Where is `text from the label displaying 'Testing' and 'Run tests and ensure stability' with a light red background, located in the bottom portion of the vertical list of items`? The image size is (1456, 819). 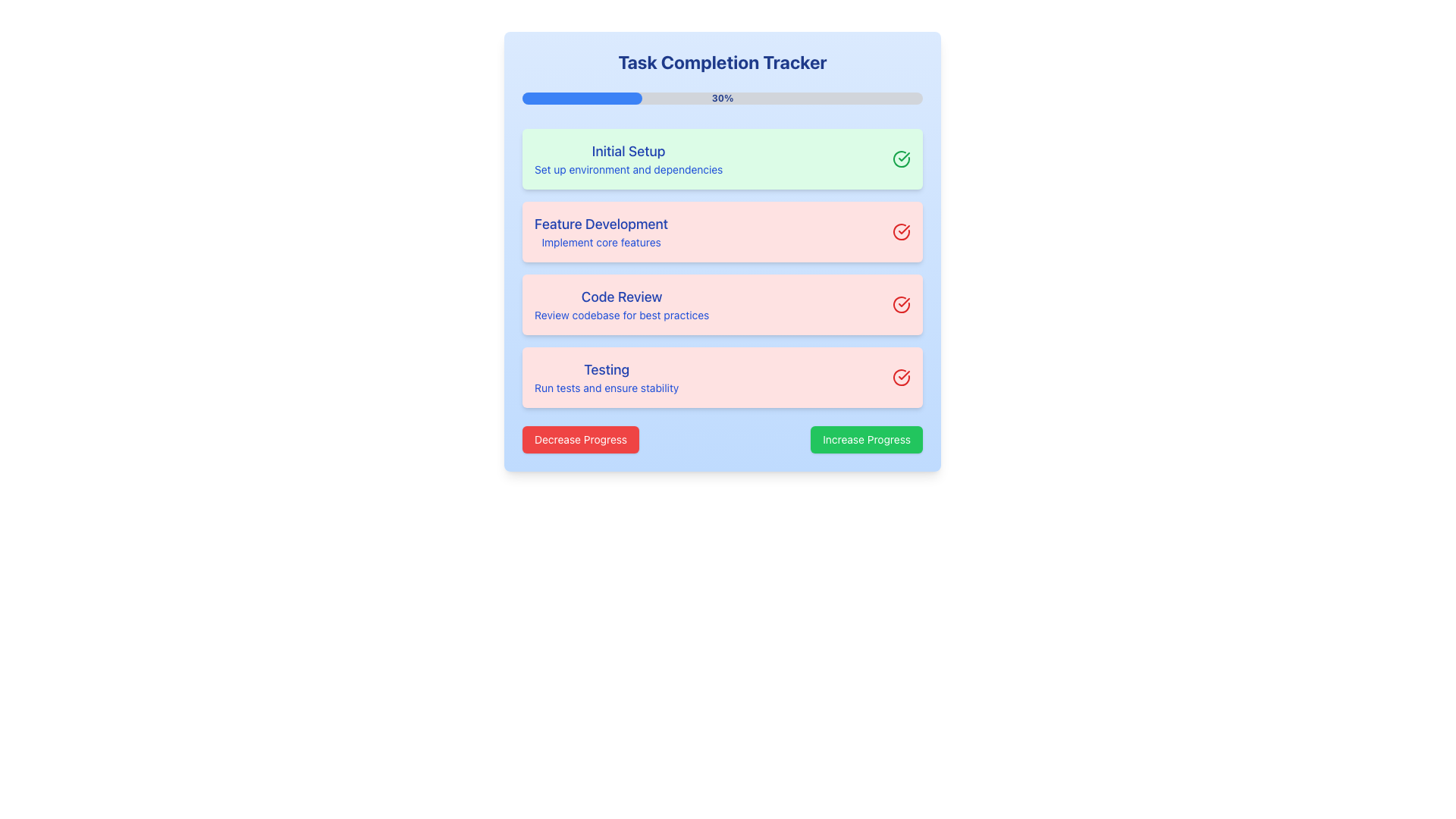
text from the label displaying 'Testing' and 'Run tests and ensure stability' with a light red background, located in the bottom portion of the vertical list of items is located at coordinates (607, 376).